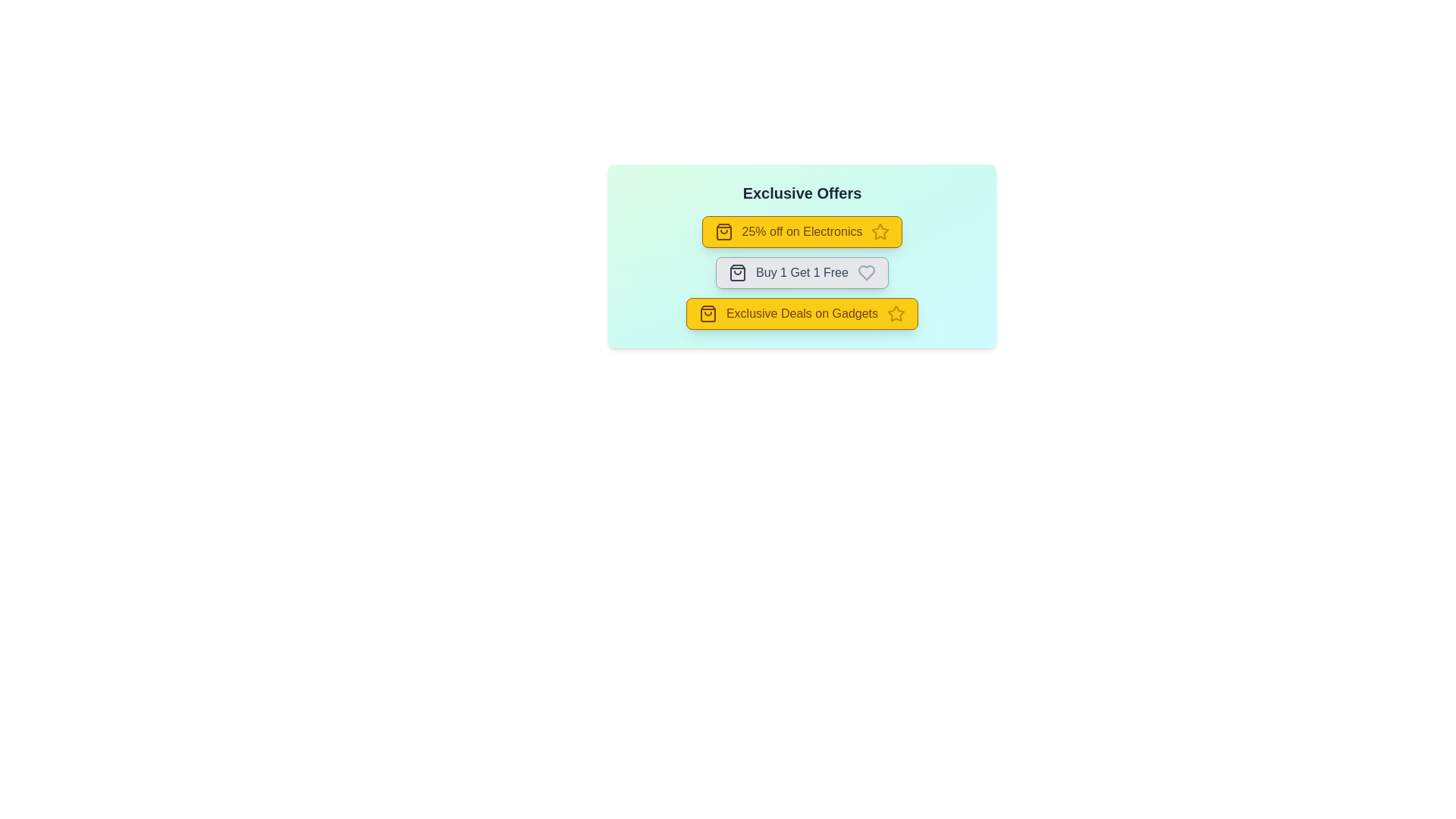  Describe the element at coordinates (801, 271) in the screenshot. I see `the offer chip corresponding to Buy 1 Get 1 Free to observe the visual feedback` at that location.